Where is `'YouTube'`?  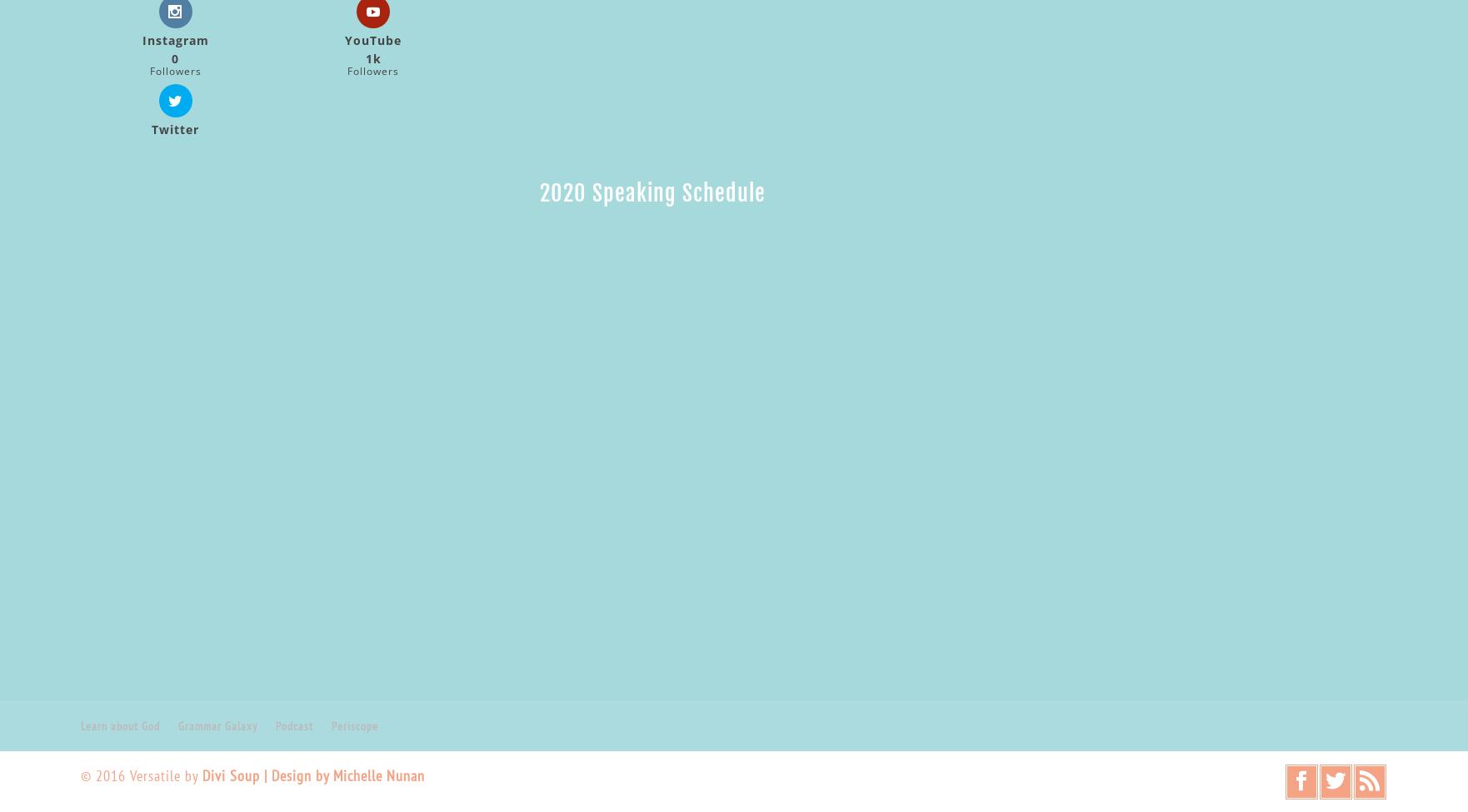
'YouTube' is located at coordinates (372, 40).